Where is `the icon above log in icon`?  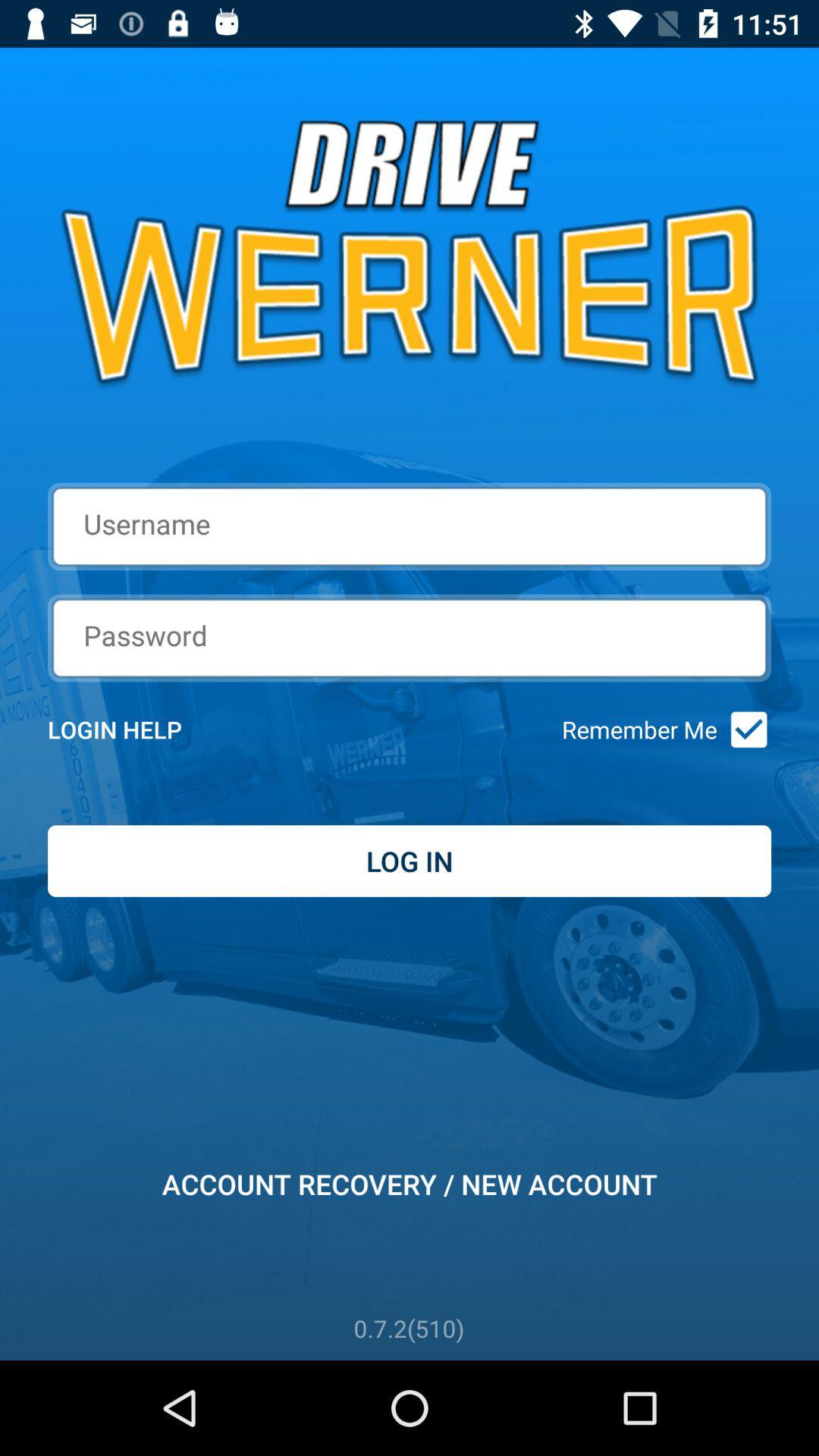
the icon above log in icon is located at coordinates (743, 730).